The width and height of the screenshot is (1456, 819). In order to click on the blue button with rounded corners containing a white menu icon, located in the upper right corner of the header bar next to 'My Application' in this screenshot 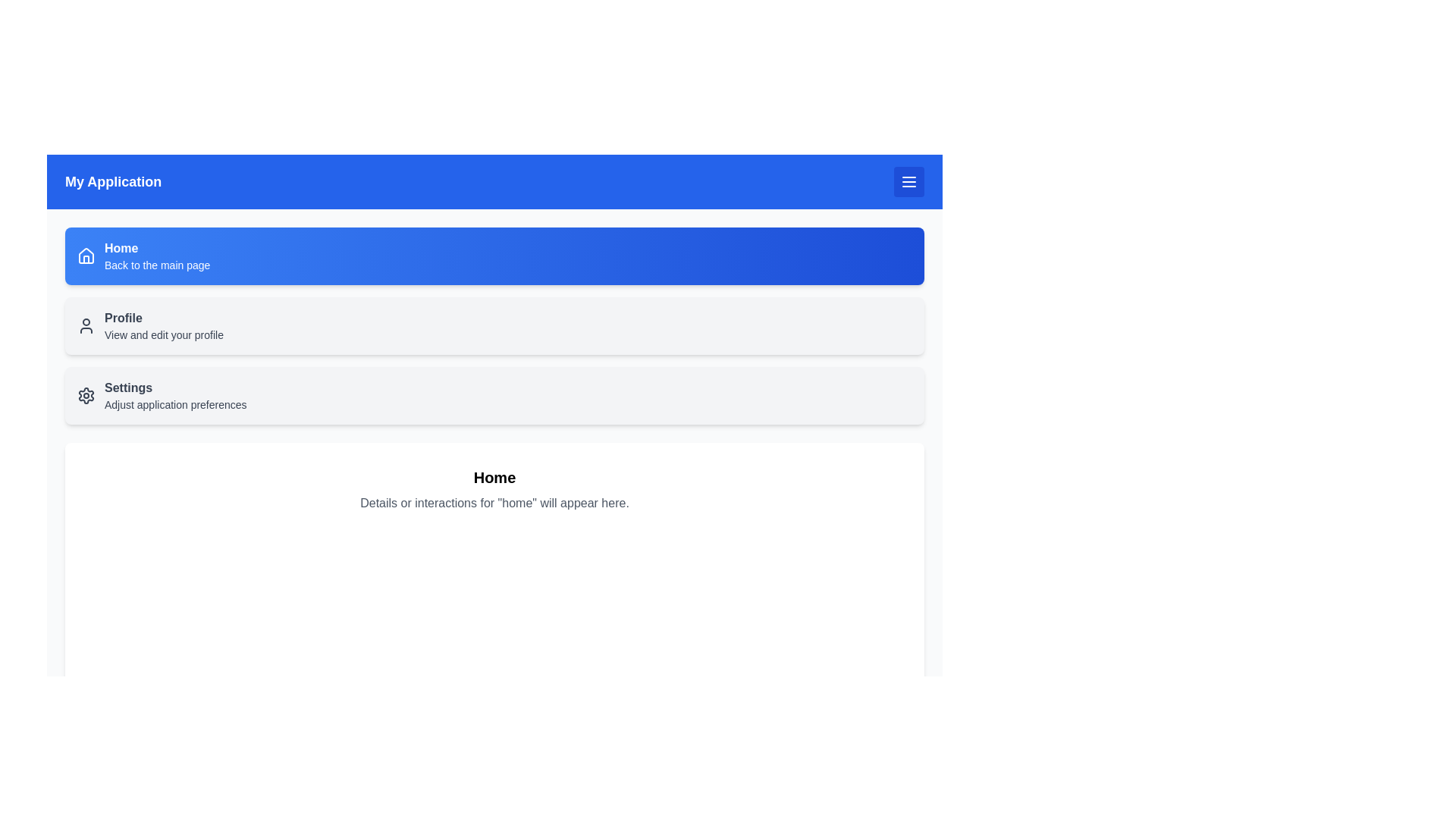, I will do `click(909, 180)`.